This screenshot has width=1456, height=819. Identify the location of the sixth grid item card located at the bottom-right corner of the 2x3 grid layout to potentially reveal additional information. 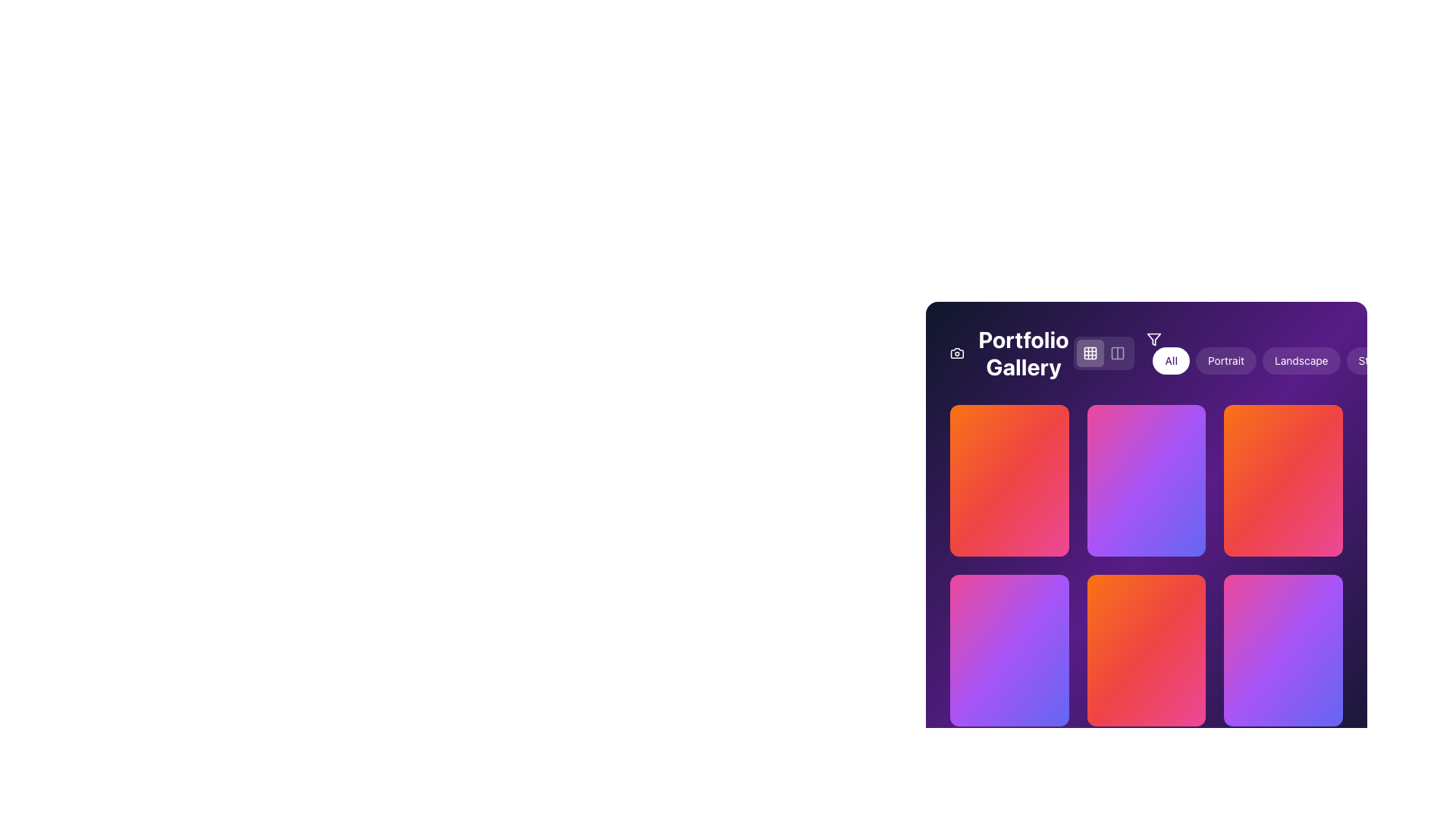
(1282, 649).